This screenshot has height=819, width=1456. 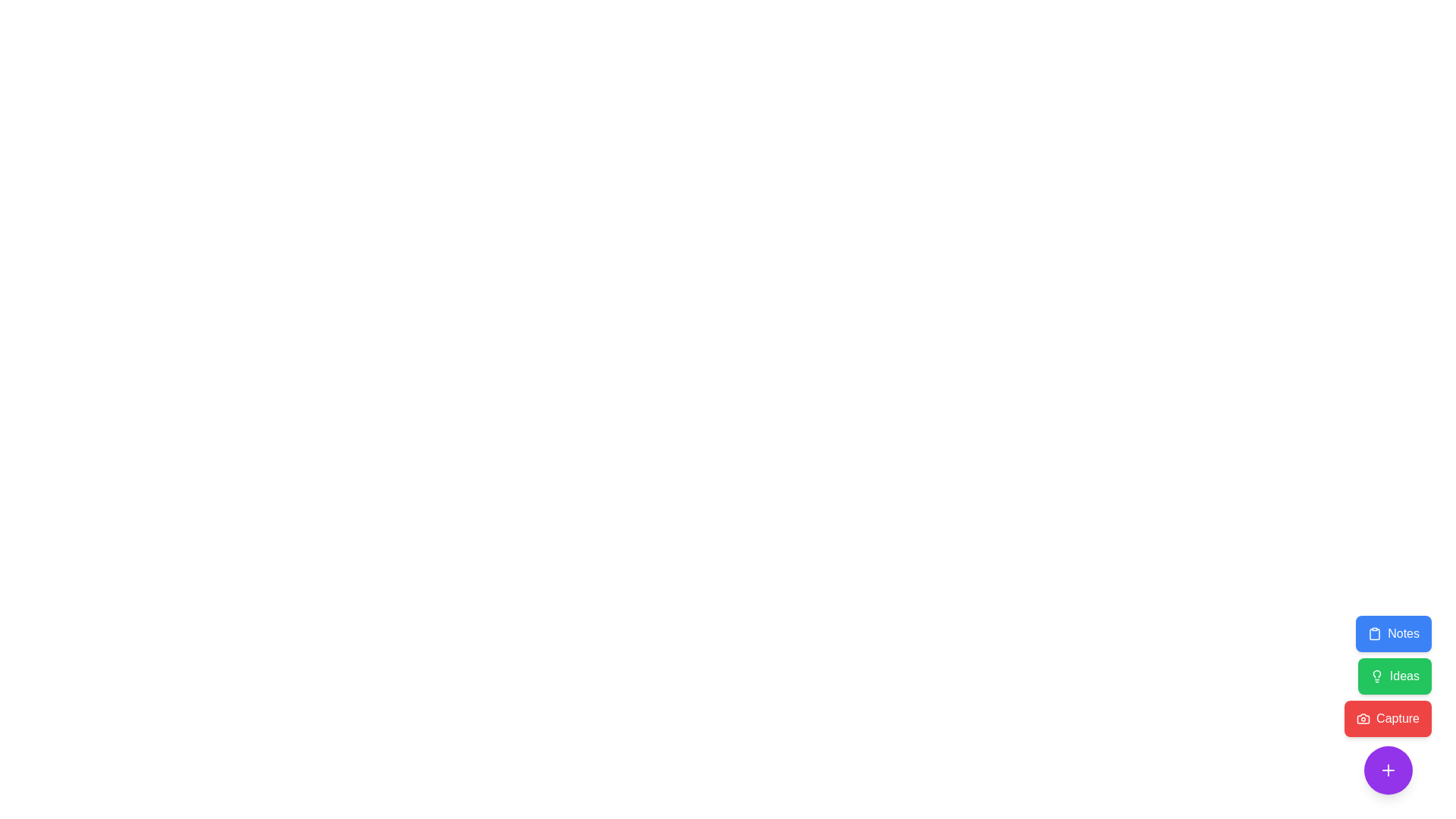 What do you see at coordinates (1388, 675) in the screenshot?
I see `the green 'Ideas' button with a light bulb icon located at the bottom-right corner of the interface` at bounding box center [1388, 675].